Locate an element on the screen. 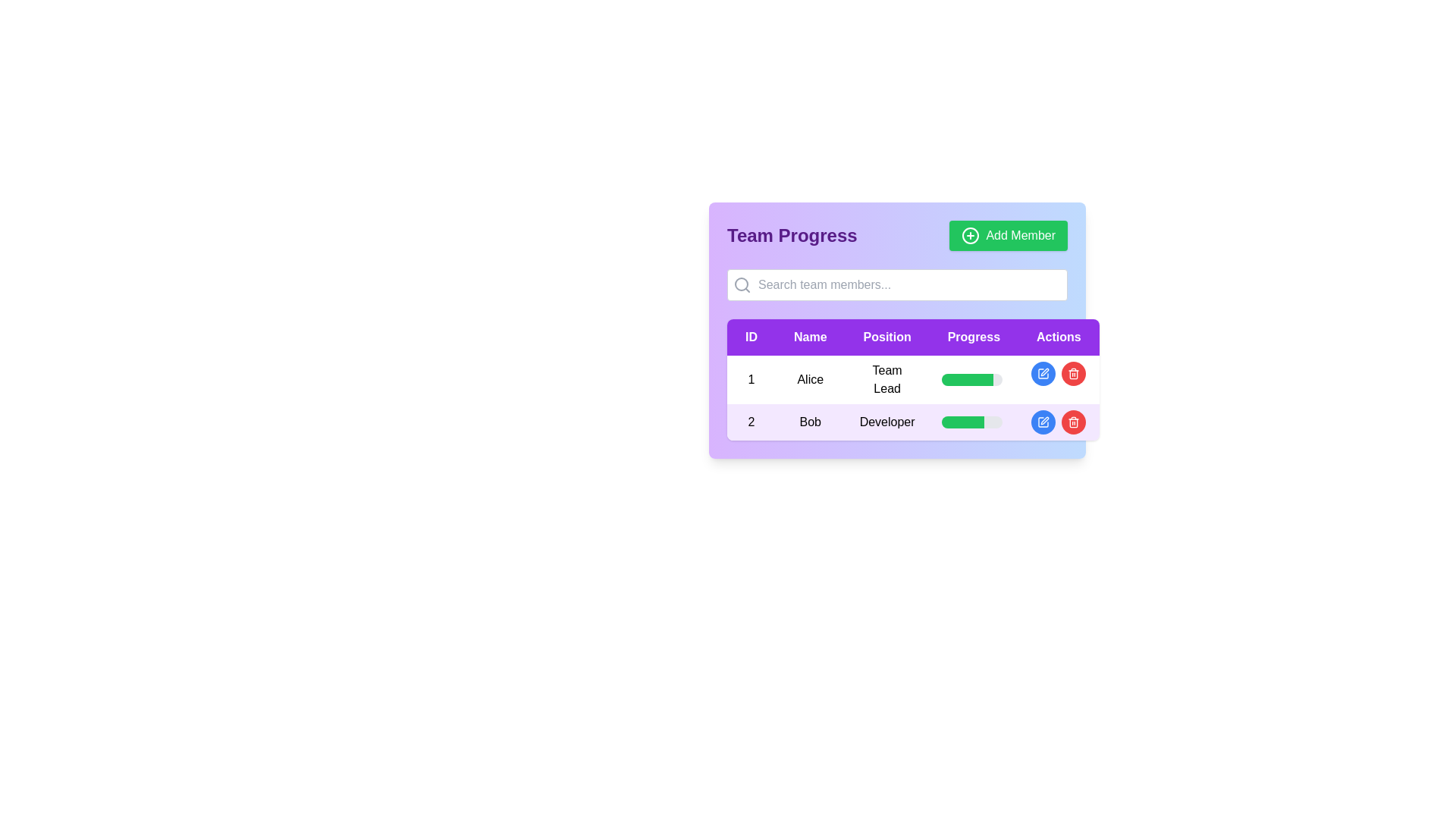 This screenshot has width=1456, height=819. the search icon located to the left of the input field for searching team members, which visually represents the search functionality is located at coordinates (742, 284).